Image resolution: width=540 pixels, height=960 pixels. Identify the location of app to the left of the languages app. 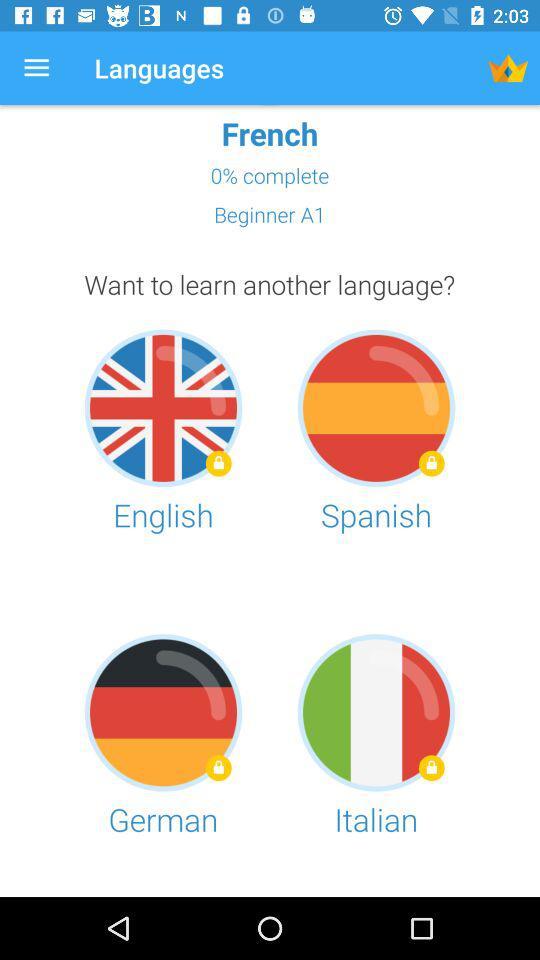
(36, 68).